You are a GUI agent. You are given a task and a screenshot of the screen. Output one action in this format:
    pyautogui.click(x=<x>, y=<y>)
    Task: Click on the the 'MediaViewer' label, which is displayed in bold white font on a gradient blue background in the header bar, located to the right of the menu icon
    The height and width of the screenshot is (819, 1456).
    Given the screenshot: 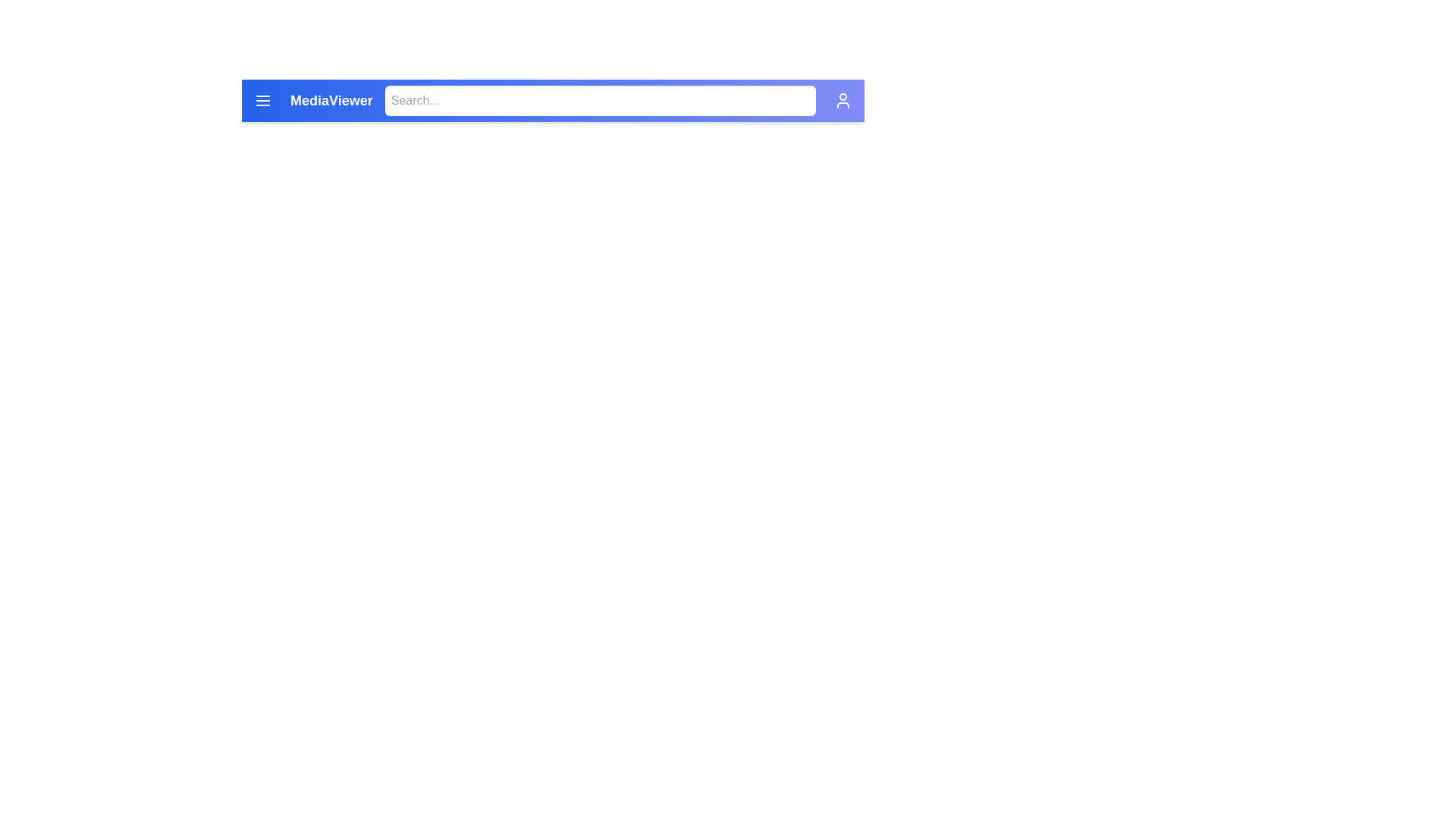 What is the action you would take?
    pyautogui.click(x=309, y=100)
    